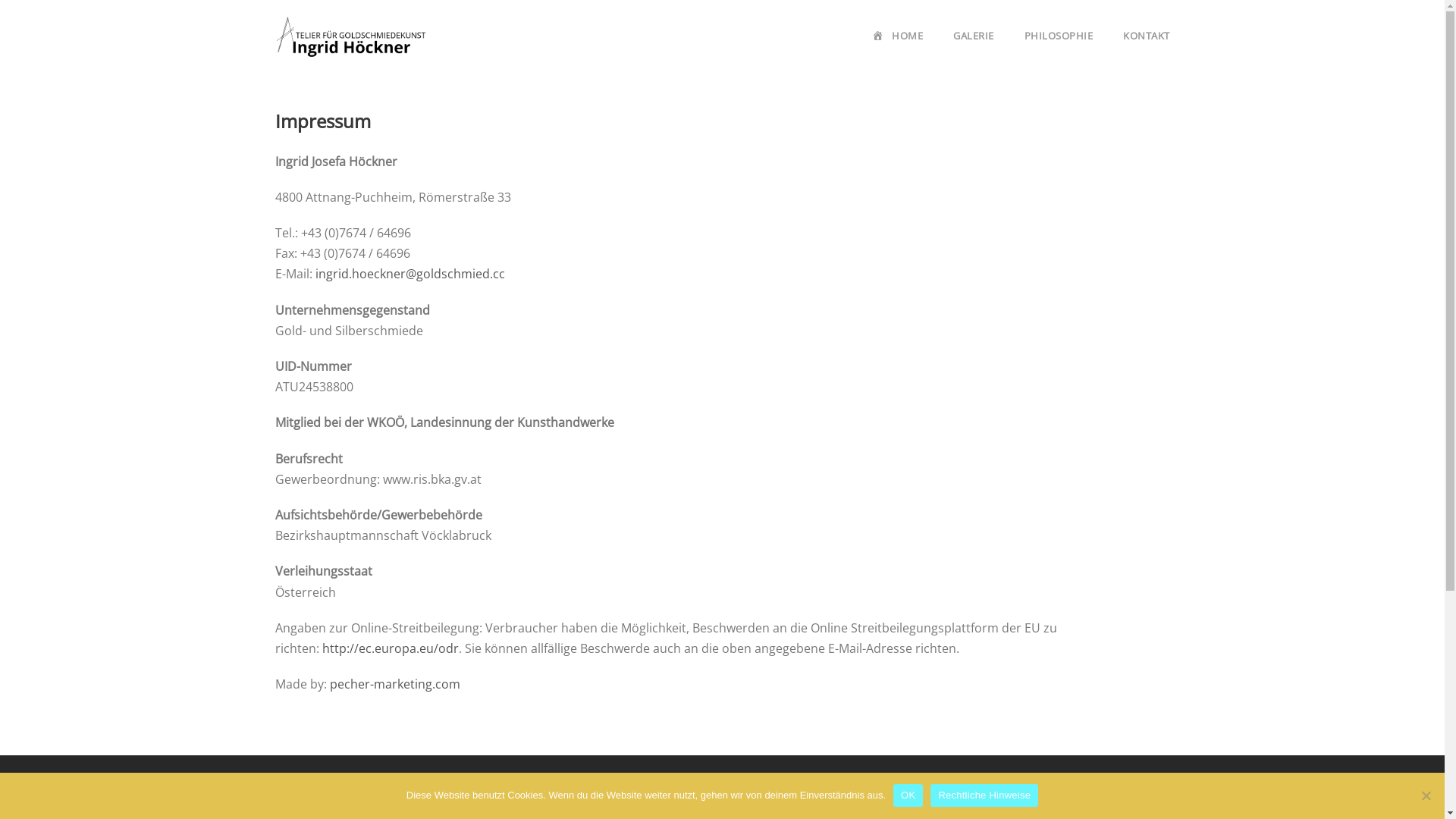 The height and width of the screenshot is (819, 1456). What do you see at coordinates (898, 48) in the screenshot?
I see `'HOME'` at bounding box center [898, 48].